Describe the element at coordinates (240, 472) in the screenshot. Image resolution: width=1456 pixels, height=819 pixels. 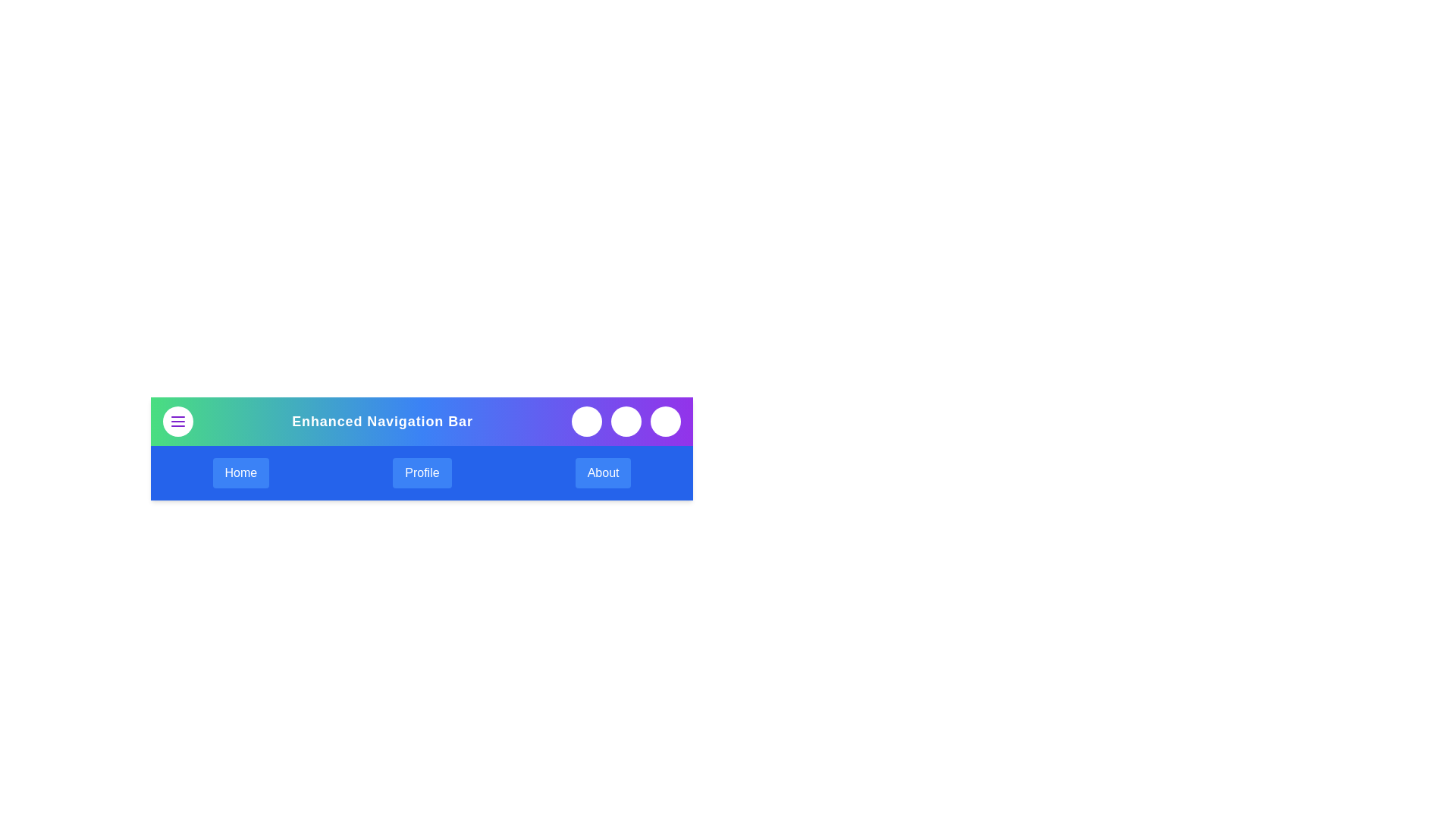
I see `the 'Home' navigation link in the navigation bar` at that location.